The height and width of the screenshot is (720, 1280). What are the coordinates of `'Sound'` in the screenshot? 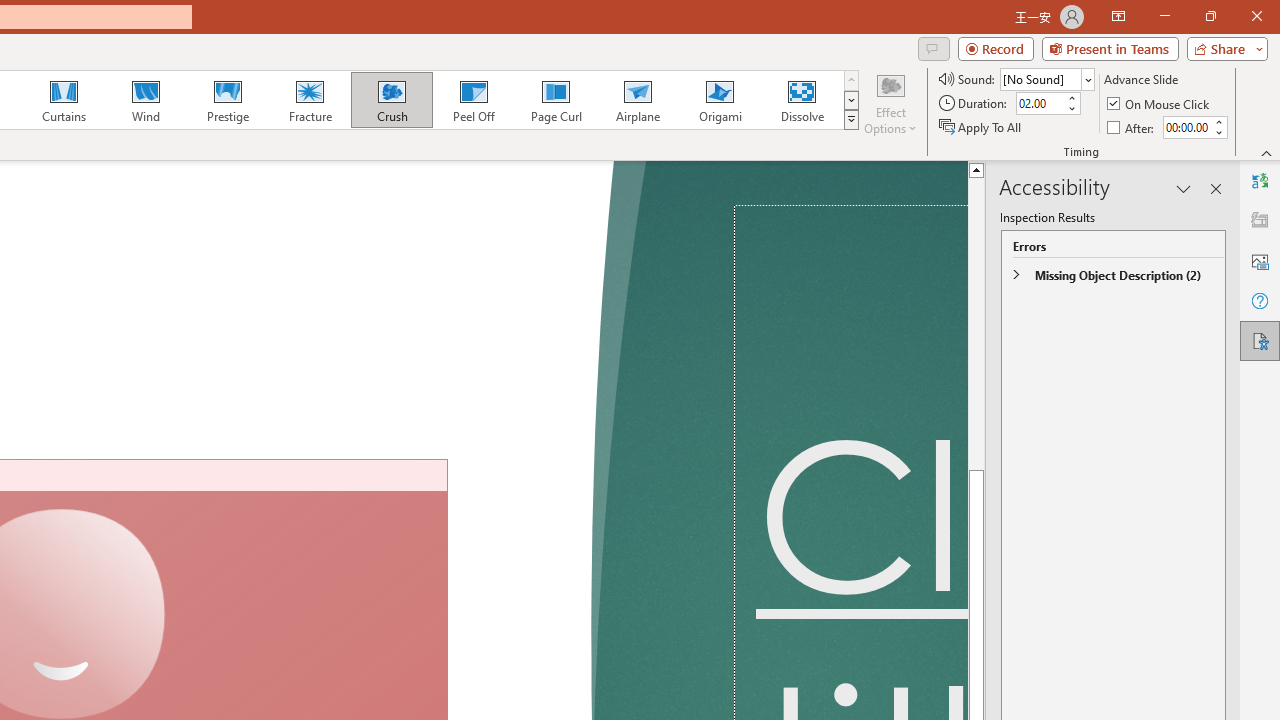 It's located at (1046, 78).